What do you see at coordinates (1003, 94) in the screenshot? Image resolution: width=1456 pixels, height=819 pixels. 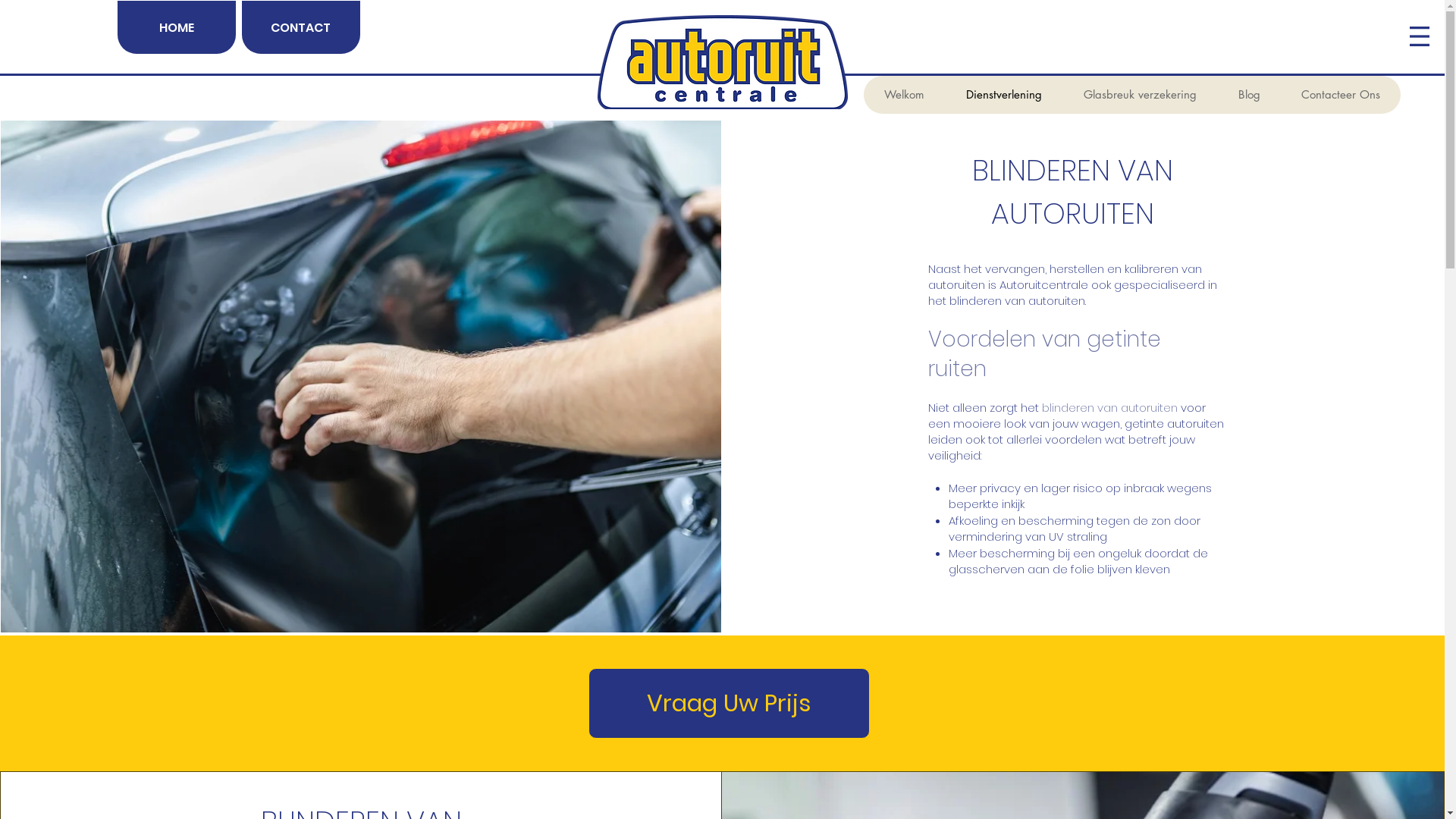 I see `'Dienstverlening'` at bounding box center [1003, 94].